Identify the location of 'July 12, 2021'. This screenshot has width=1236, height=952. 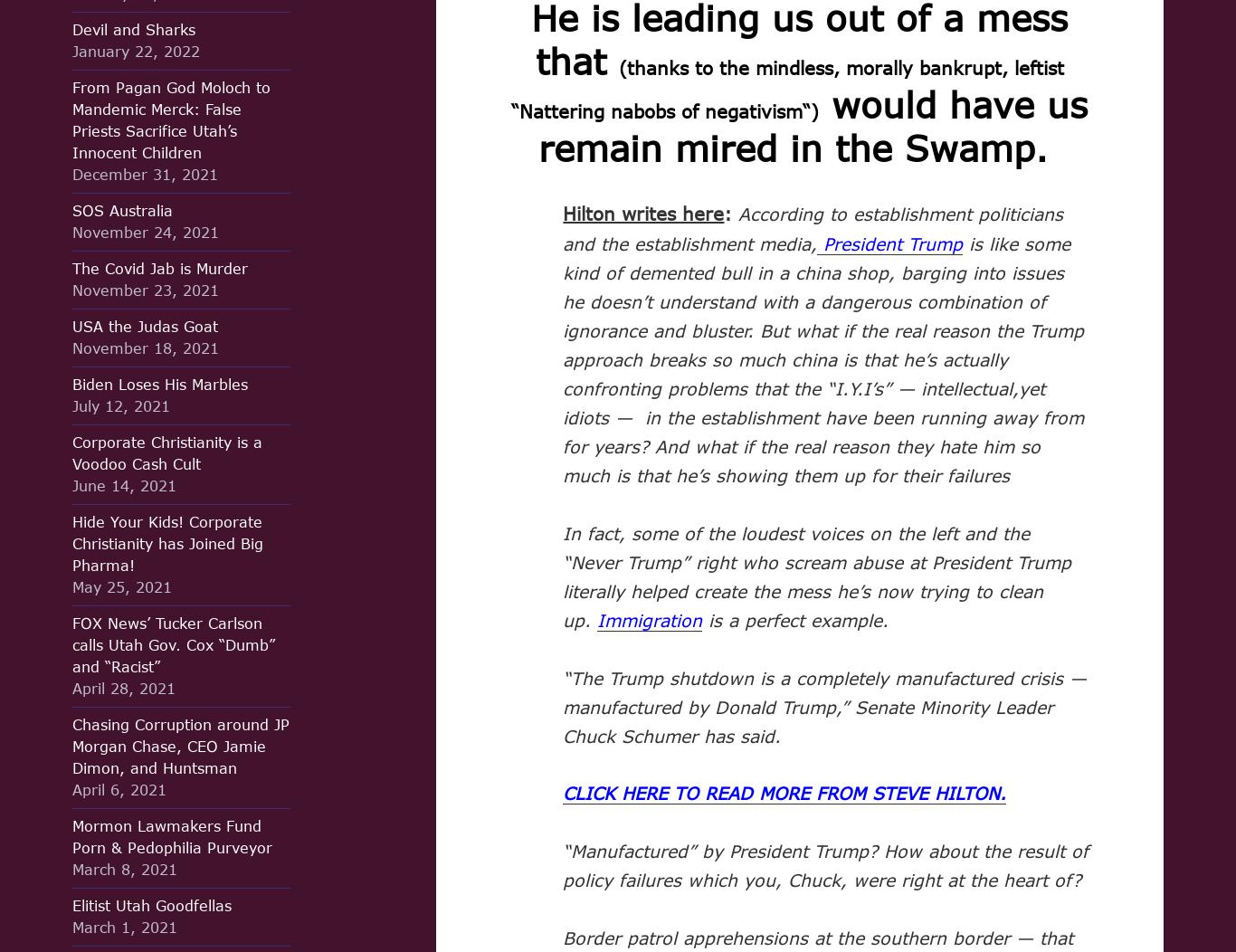
(120, 405).